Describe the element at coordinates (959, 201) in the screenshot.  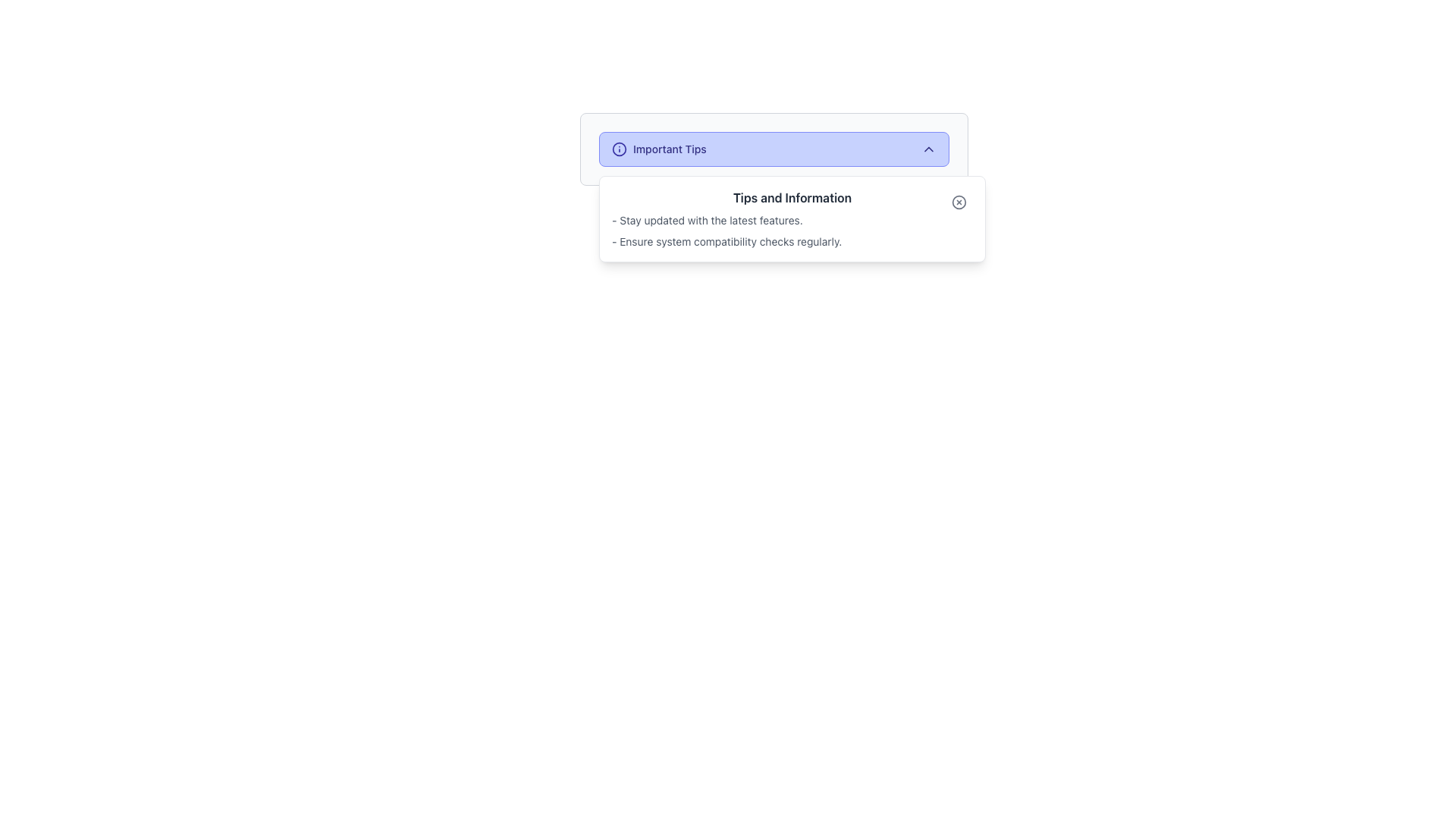
I see `the small circular button with a gray outline and a central cross mark located in the top-right corner of the 'Tips and Information' section` at that location.